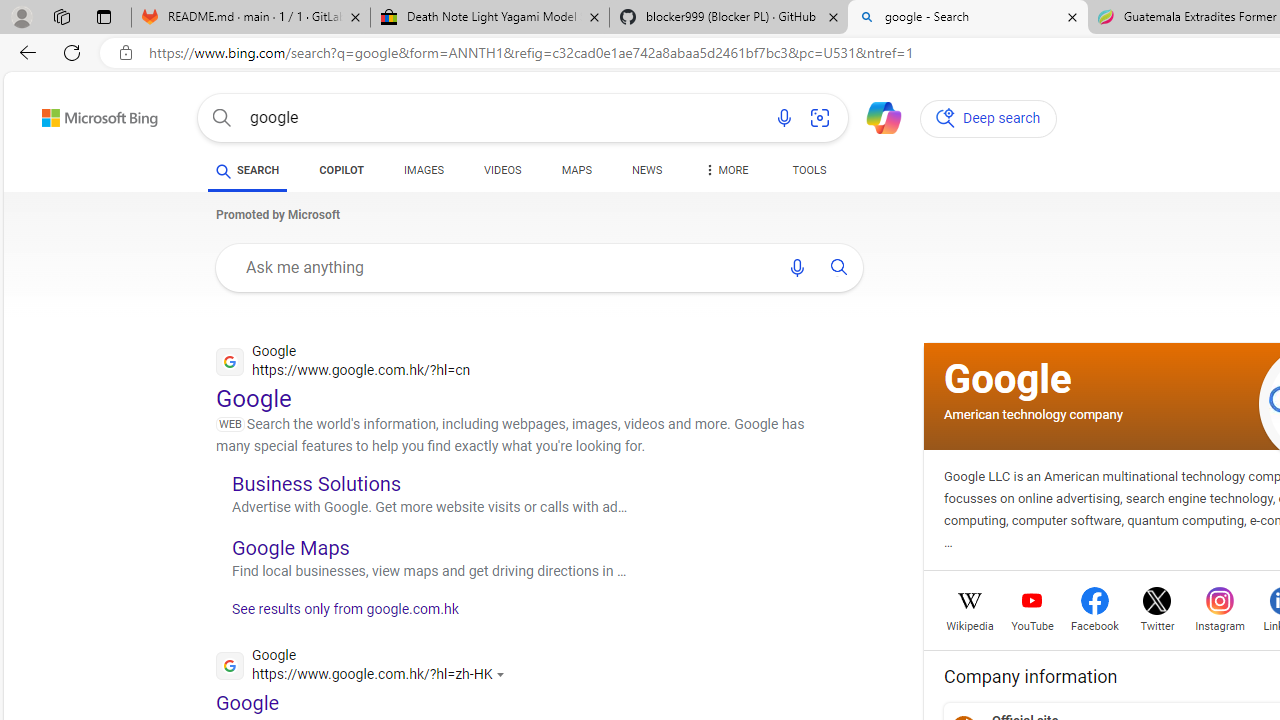 Image resolution: width=1280 pixels, height=720 pixels. Describe the element at coordinates (875, 116) in the screenshot. I see `'Chat'` at that location.